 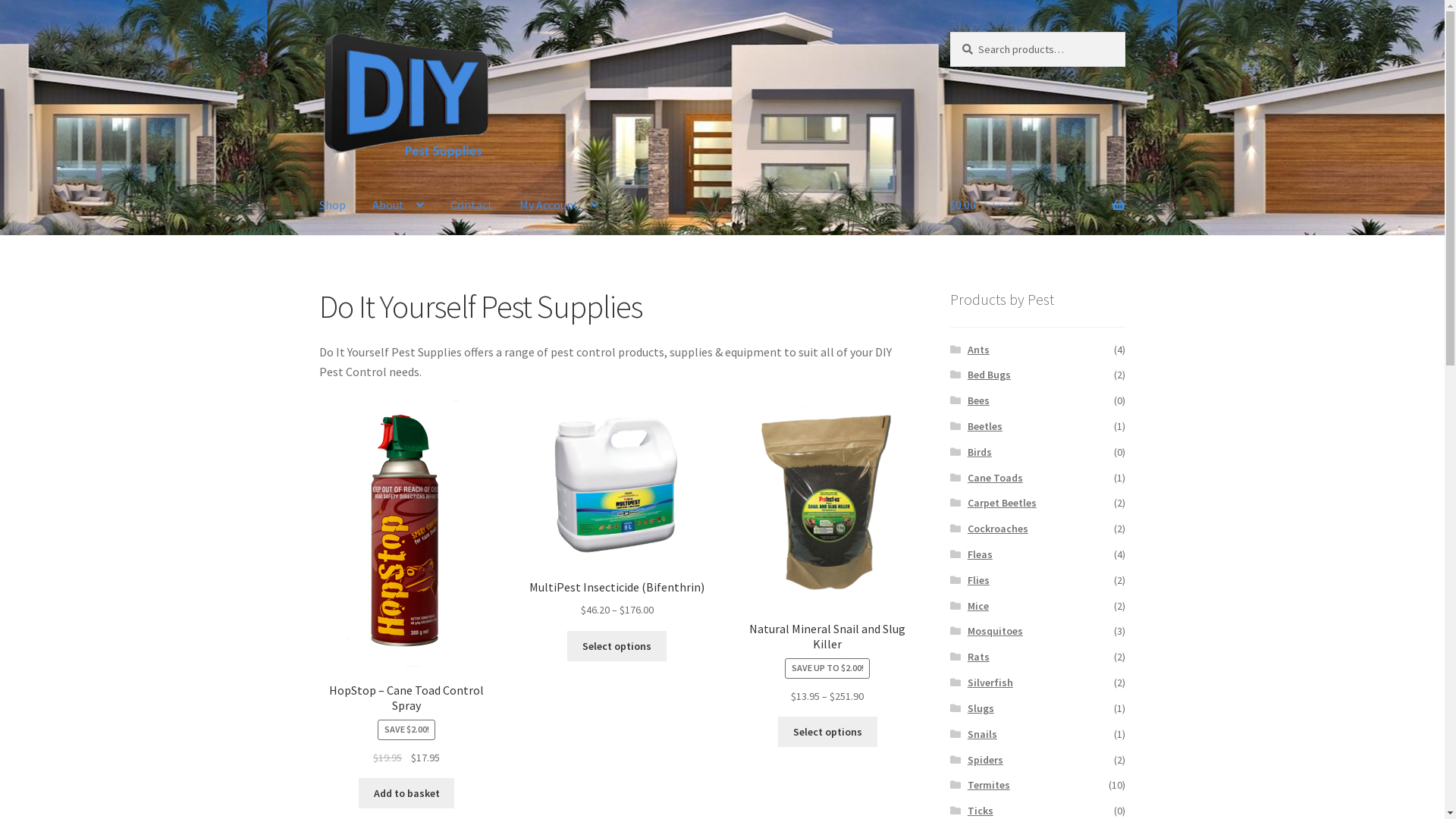 What do you see at coordinates (397, 205) in the screenshot?
I see `'About'` at bounding box center [397, 205].